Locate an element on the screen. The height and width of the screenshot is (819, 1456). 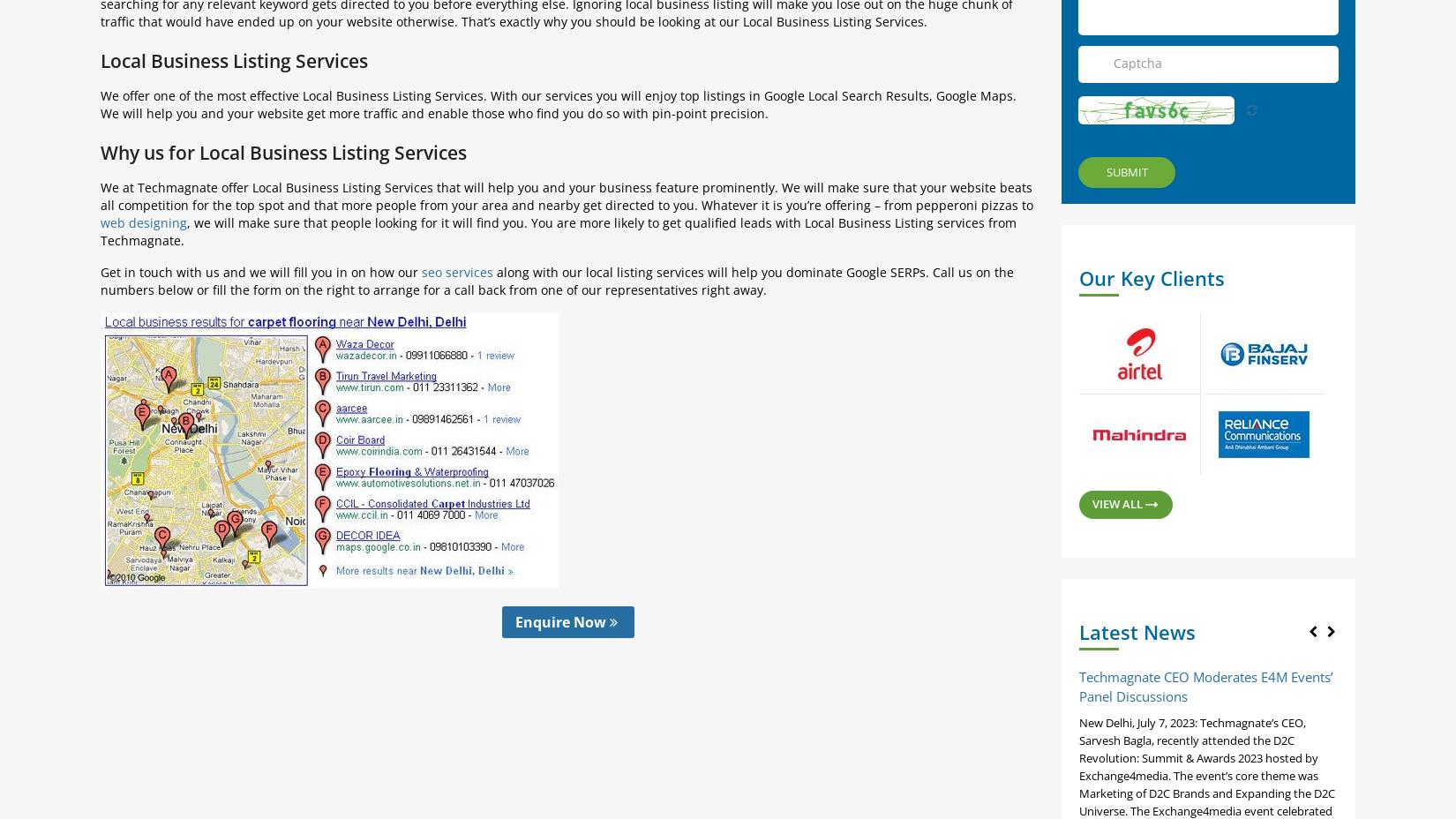
'View All' is located at coordinates (1118, 501).